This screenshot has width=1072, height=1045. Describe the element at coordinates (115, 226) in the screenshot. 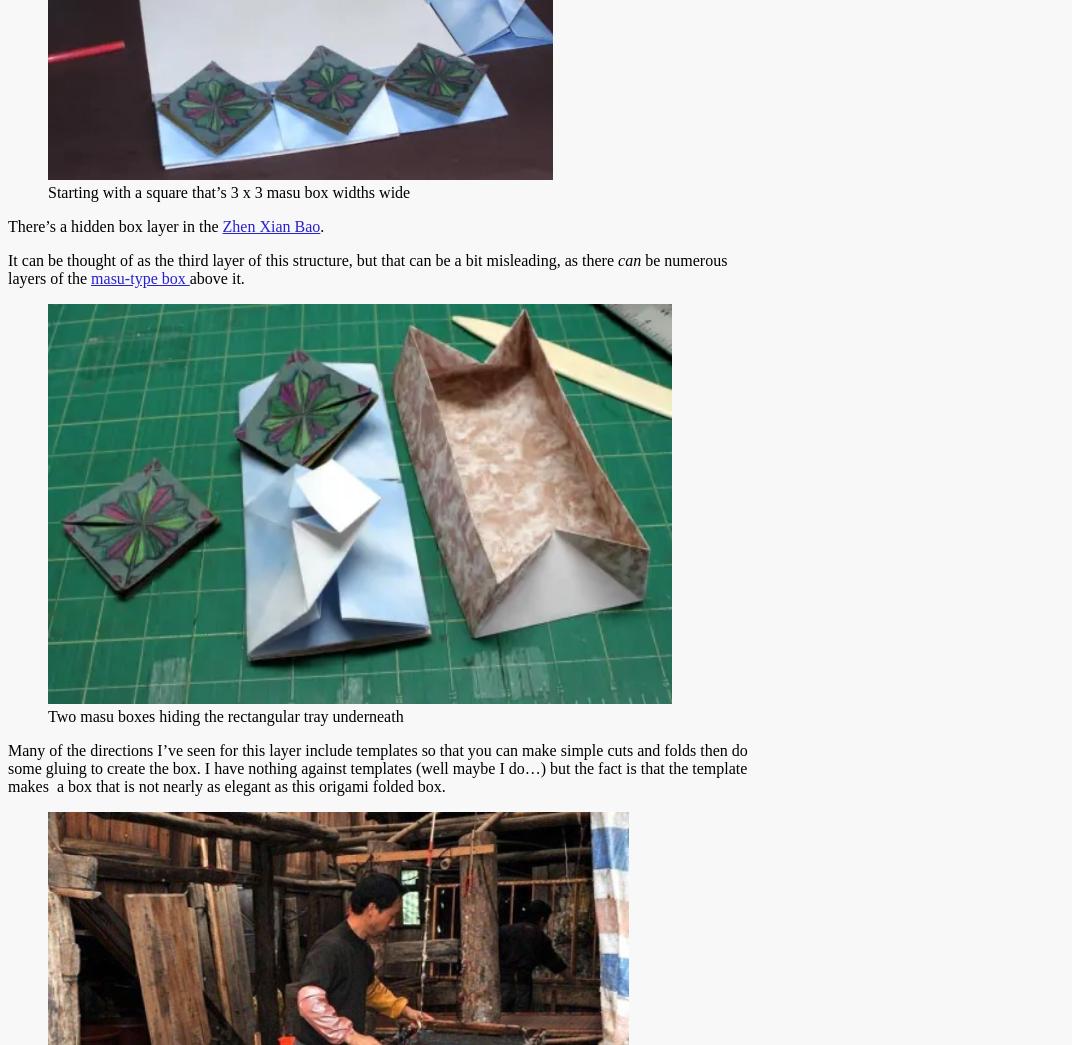

I see `'There’s a hidden box layer in the'` at that location.